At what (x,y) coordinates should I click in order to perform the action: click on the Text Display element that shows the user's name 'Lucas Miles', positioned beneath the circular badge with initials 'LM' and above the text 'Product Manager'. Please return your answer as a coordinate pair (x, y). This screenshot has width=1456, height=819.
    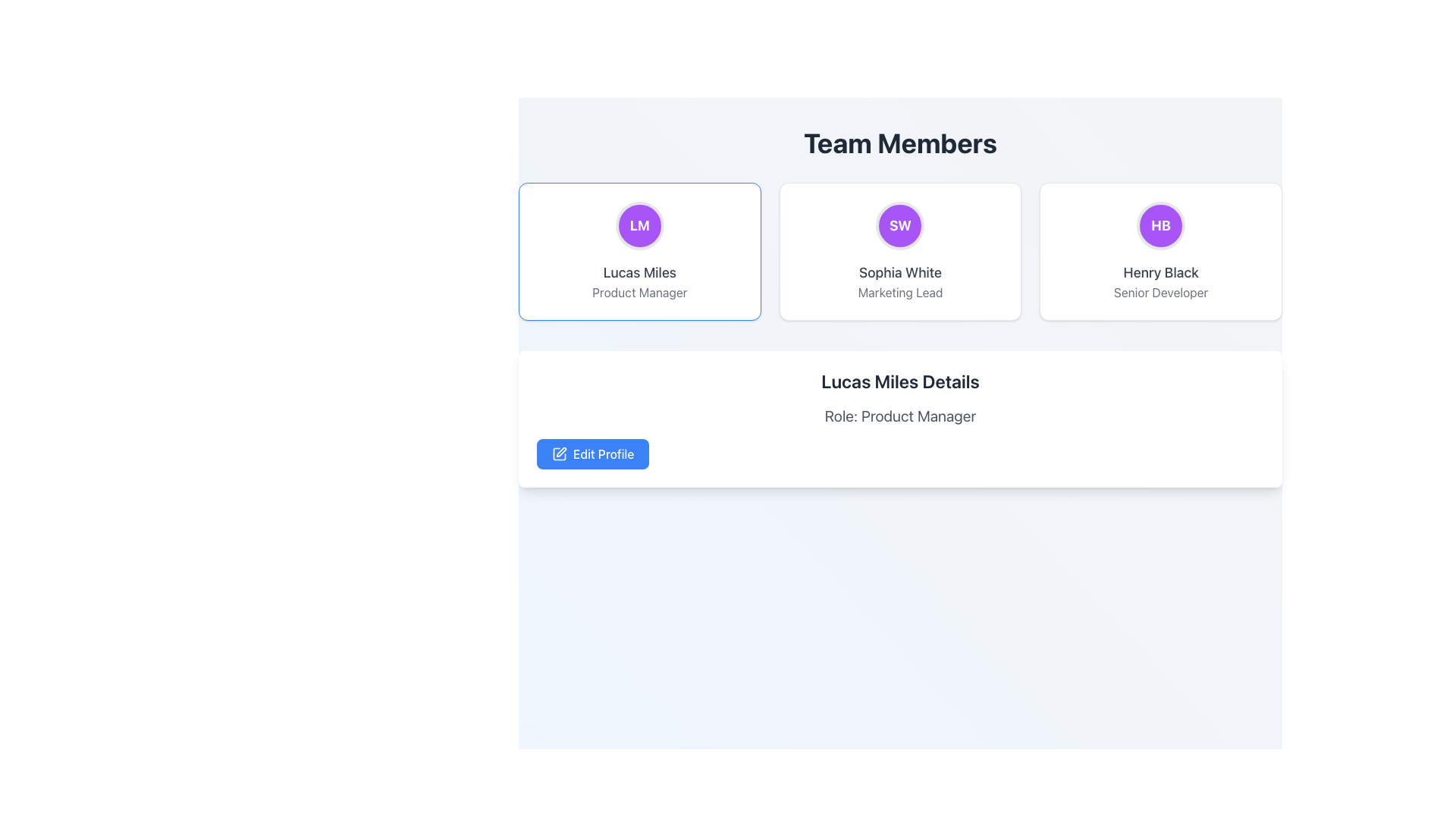
    Looking at the image, I should click on (639, 271).